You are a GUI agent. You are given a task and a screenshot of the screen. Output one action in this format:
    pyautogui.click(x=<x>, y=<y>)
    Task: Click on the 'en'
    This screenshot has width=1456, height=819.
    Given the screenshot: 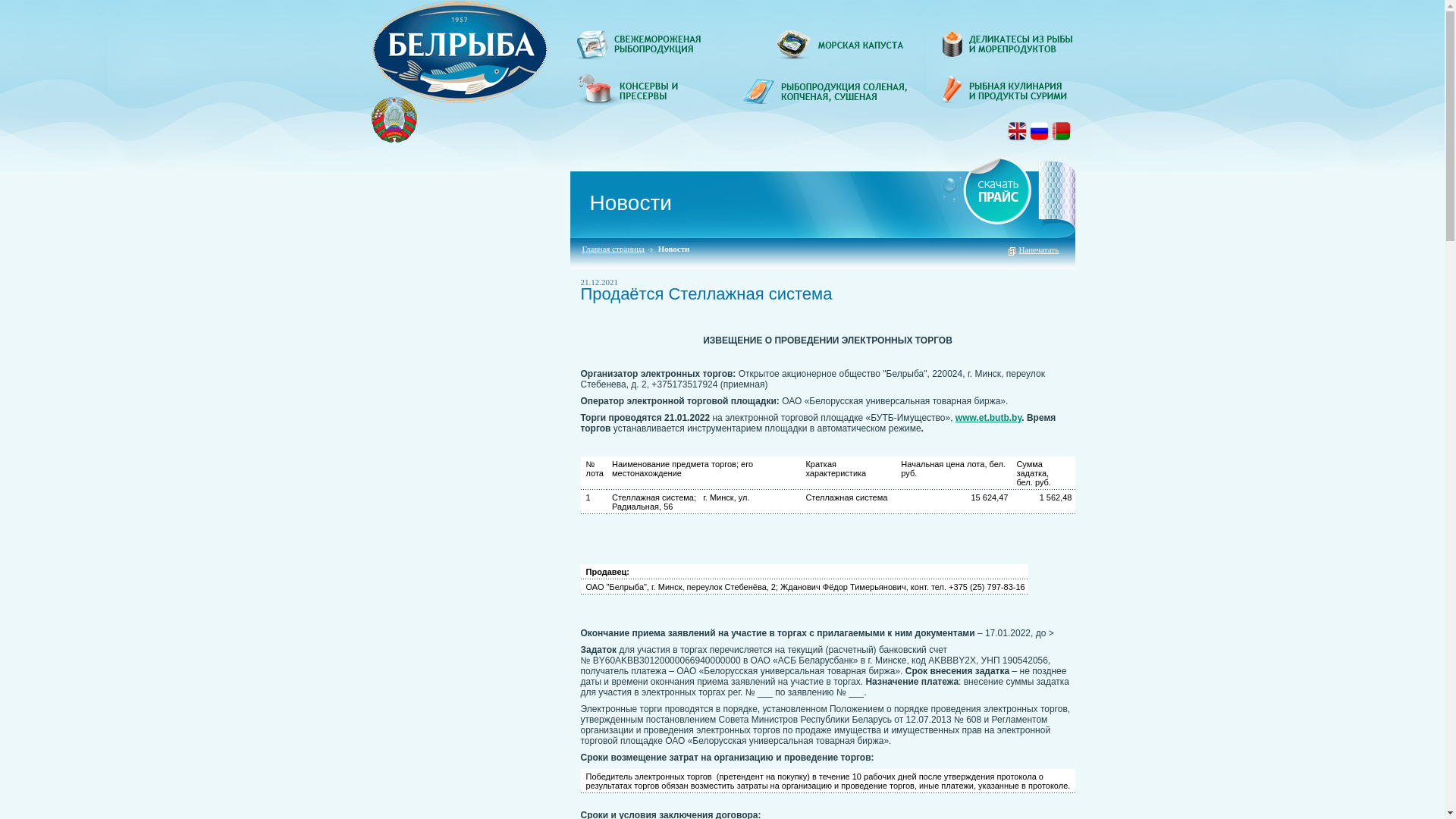 What is the action you would take?
    pyautogui.click(x=1017, y=136)
    